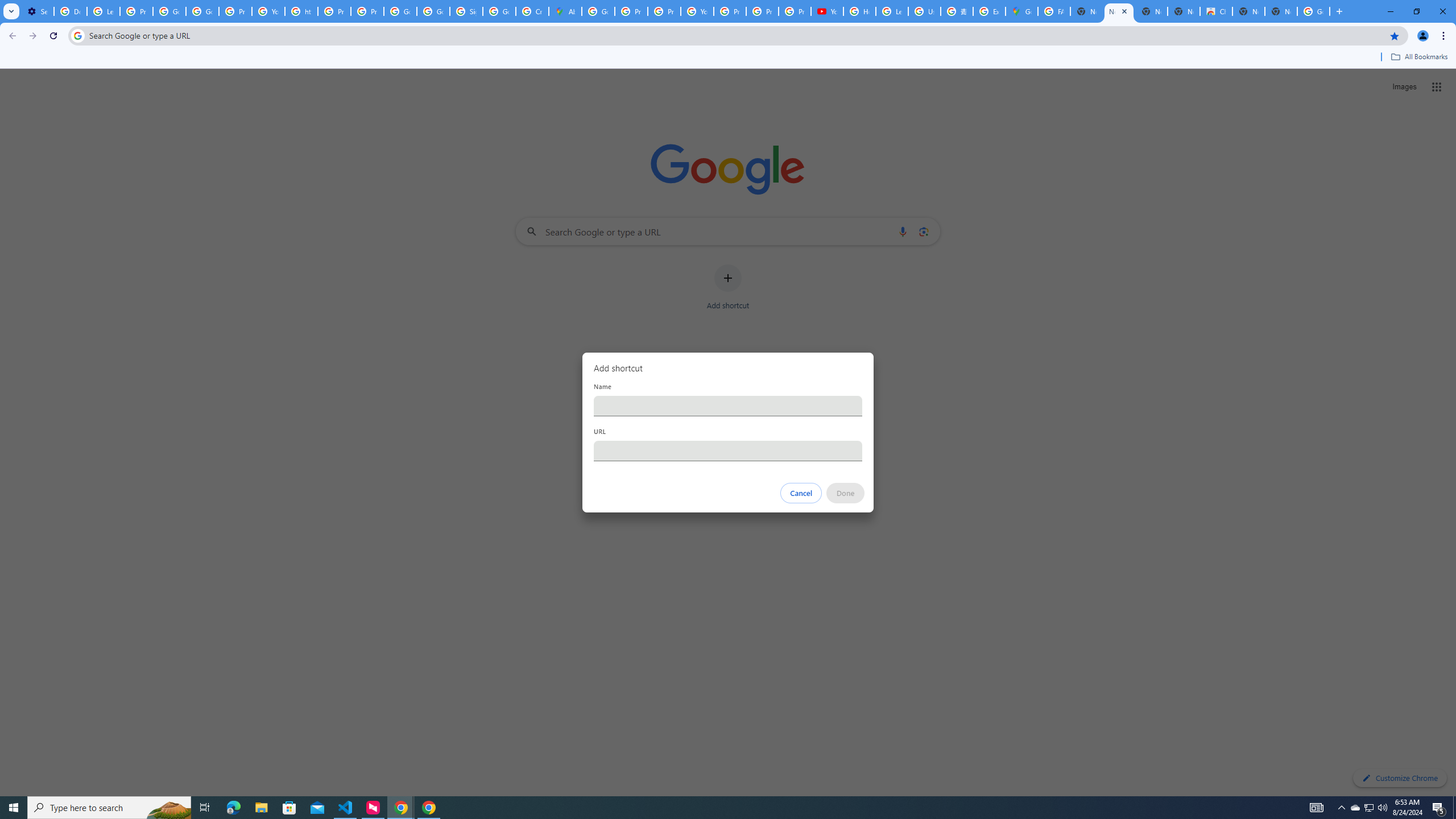 This screenshot has height=819, width=1456. What do you see at coordinates (630, 11) in the screenshot?
I see `'Privacy Help Center - Policies Help'` at bounding box center [630, 11].